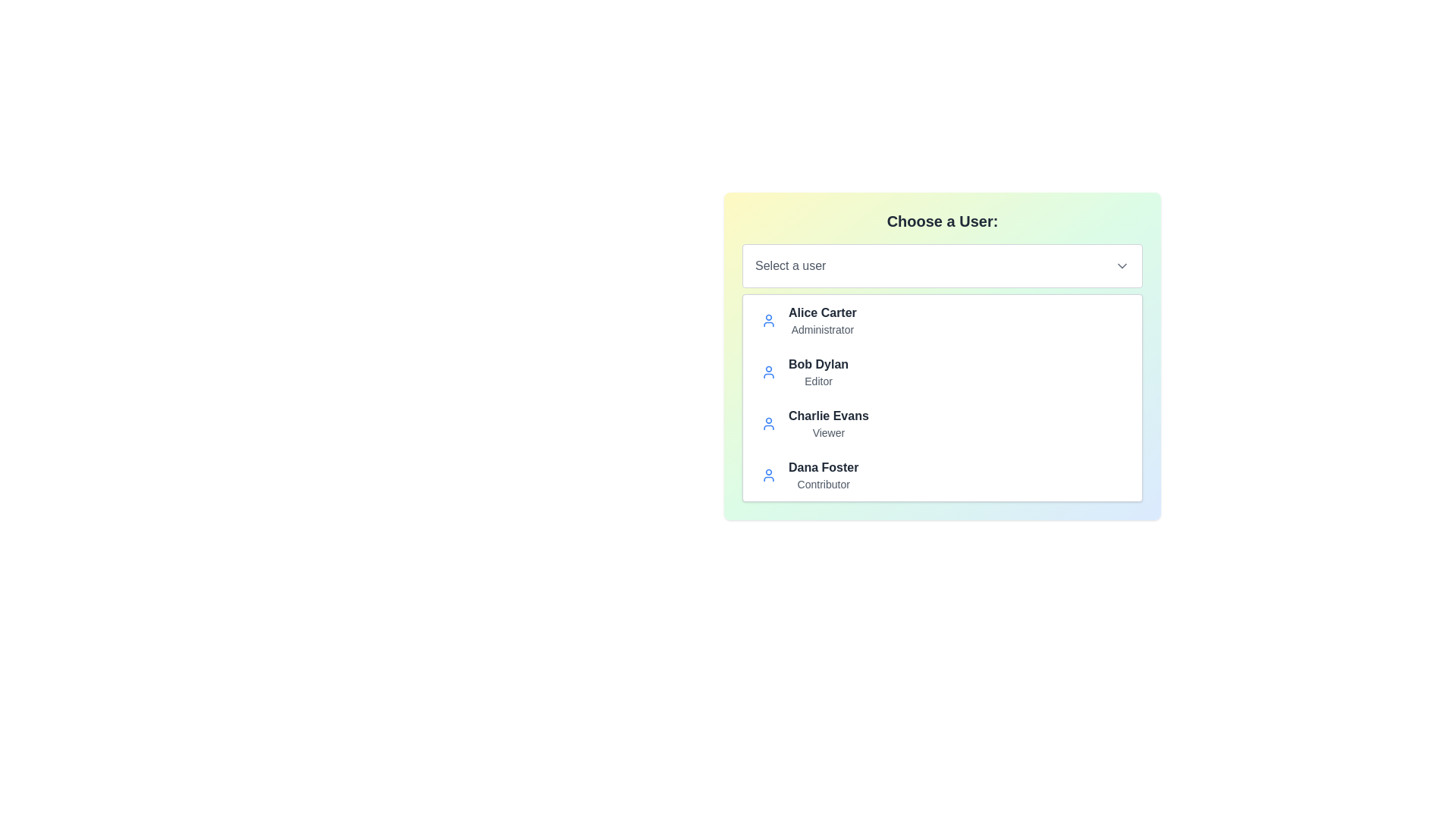 The height and width of the screenshot is (819, 1456). I want to click on the text label reading 'Alice Carter' in the dropdown list of users titled 'Choose a User', so click(821, 312).